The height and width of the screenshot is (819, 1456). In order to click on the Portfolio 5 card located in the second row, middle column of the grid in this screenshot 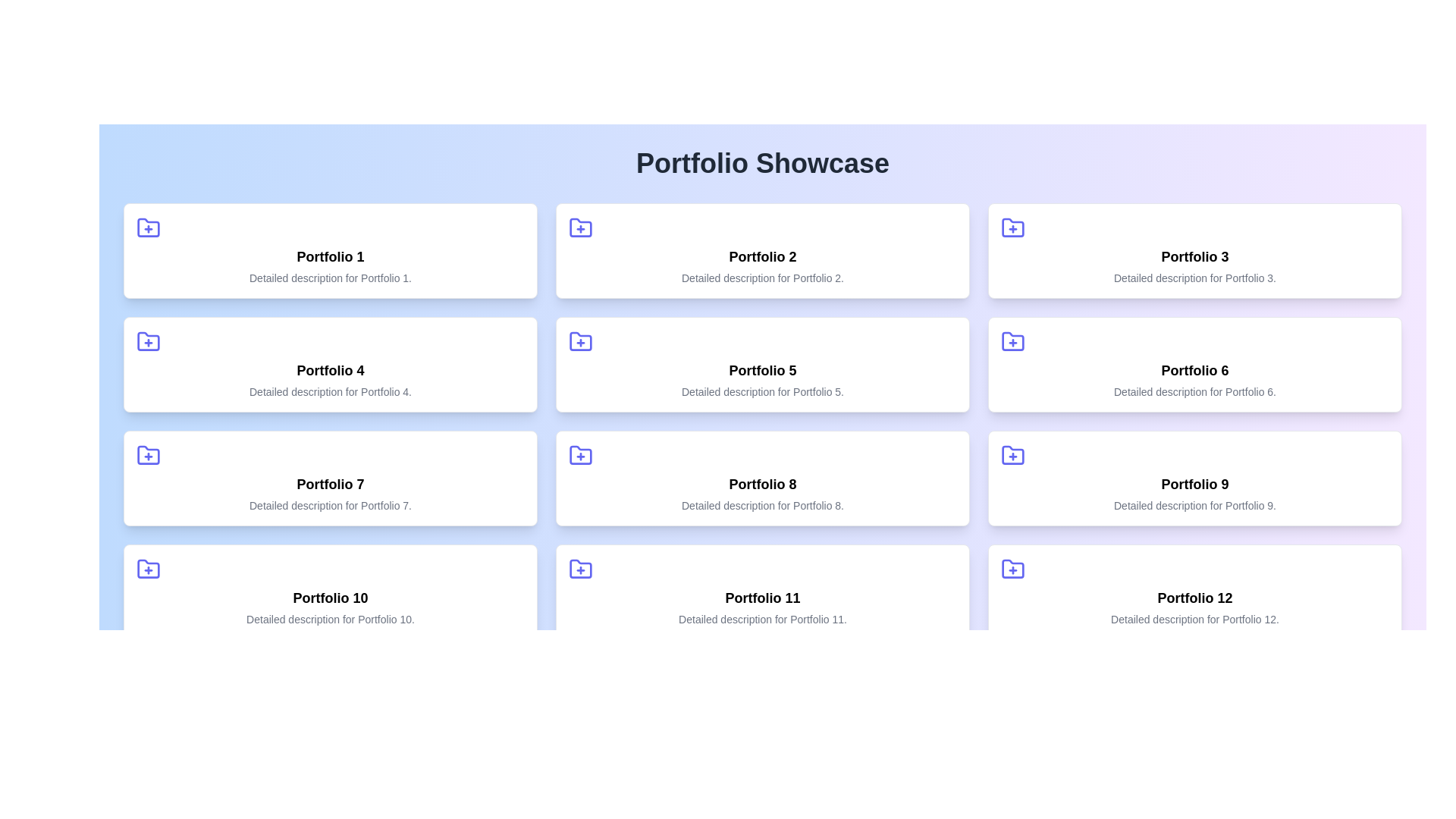, I will do `click(763, 365)`.